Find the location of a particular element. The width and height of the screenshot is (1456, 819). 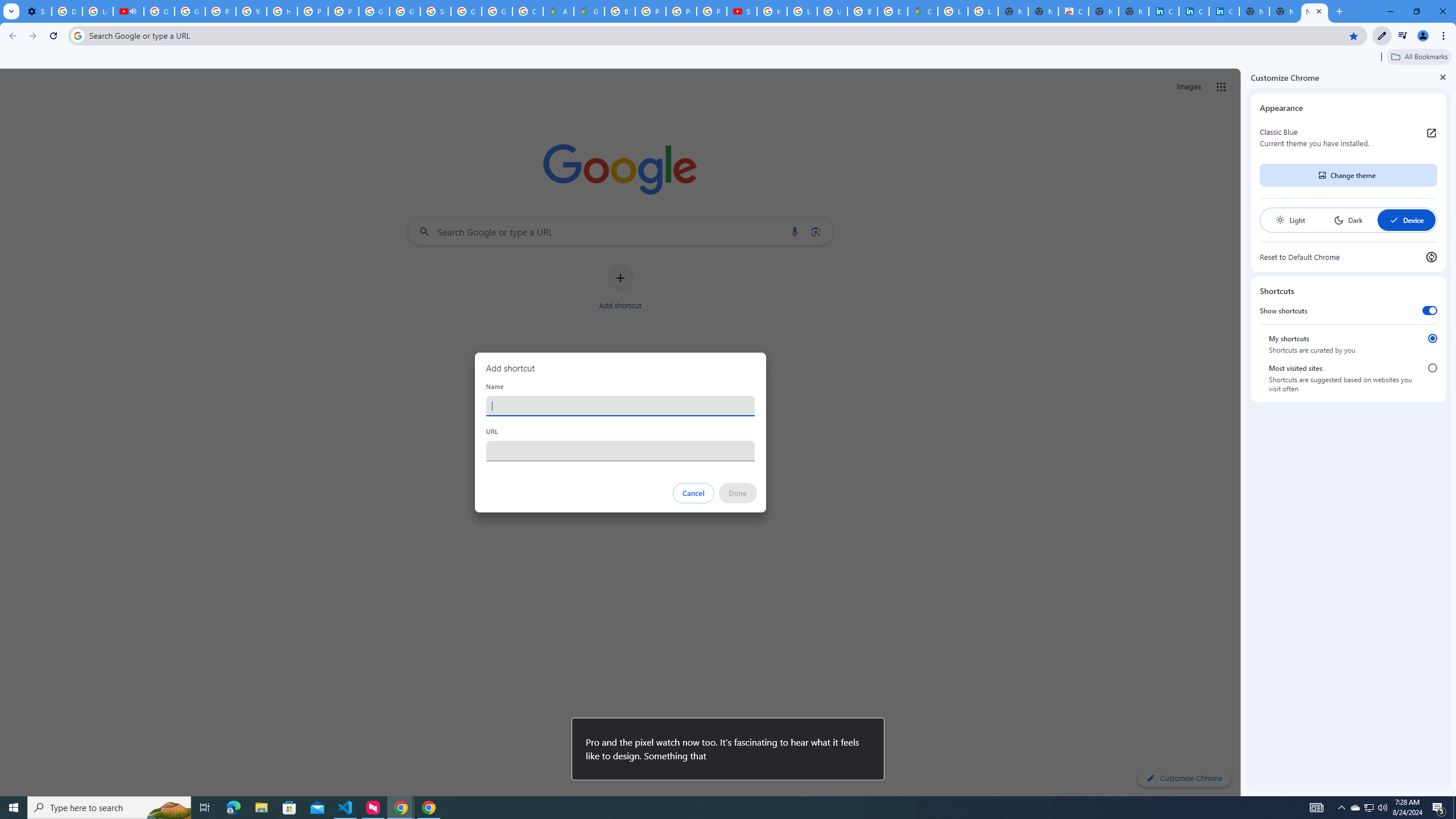

'Copyright Policy' is located at coordinates (1224, 11).